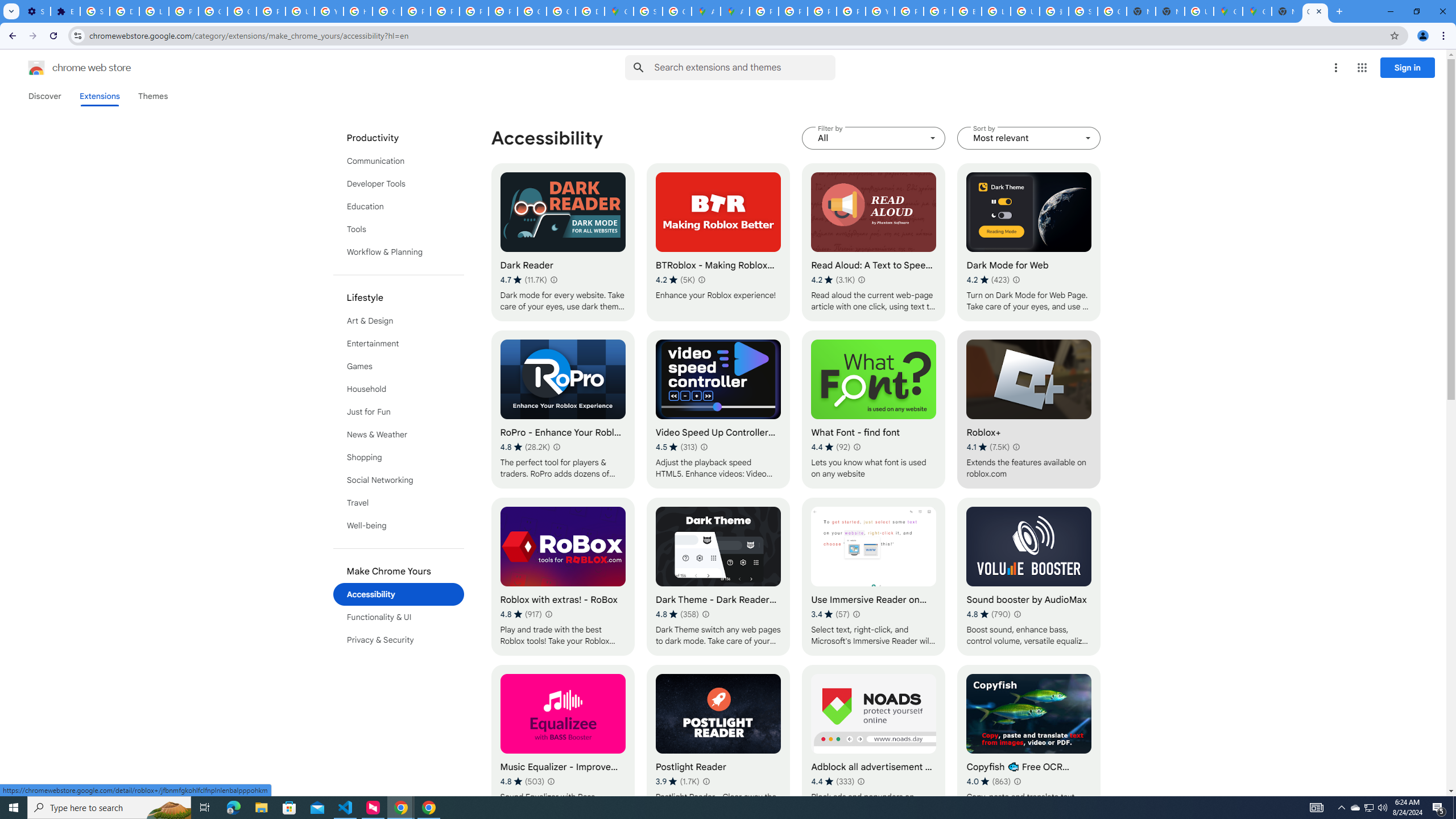  I want to click on 'Average rating 4.8 out of 5 stars. 503 ratings.', so click(522, 780).